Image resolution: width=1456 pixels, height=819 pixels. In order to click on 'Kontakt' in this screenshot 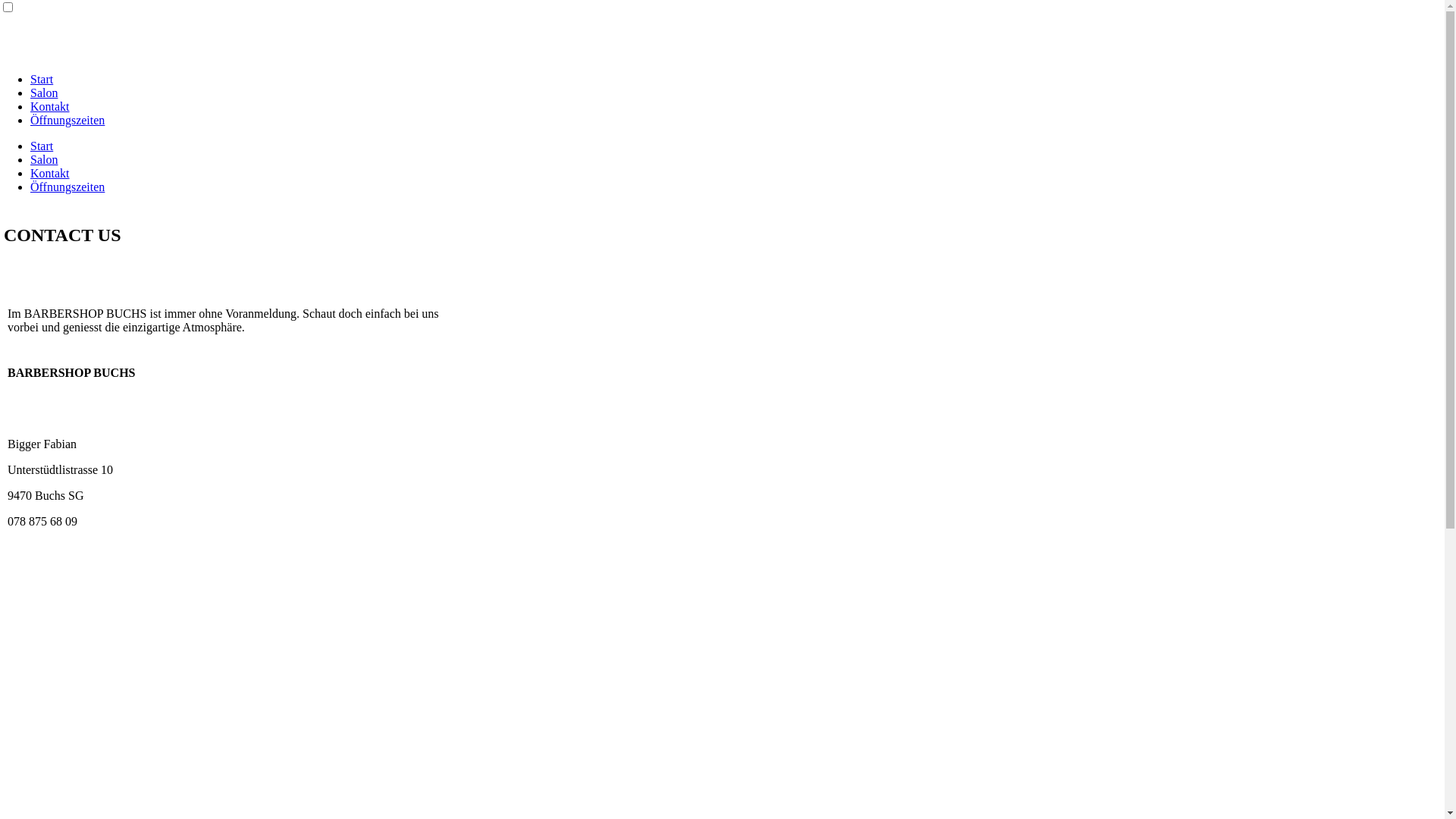, I will do `click(30, 105)`.